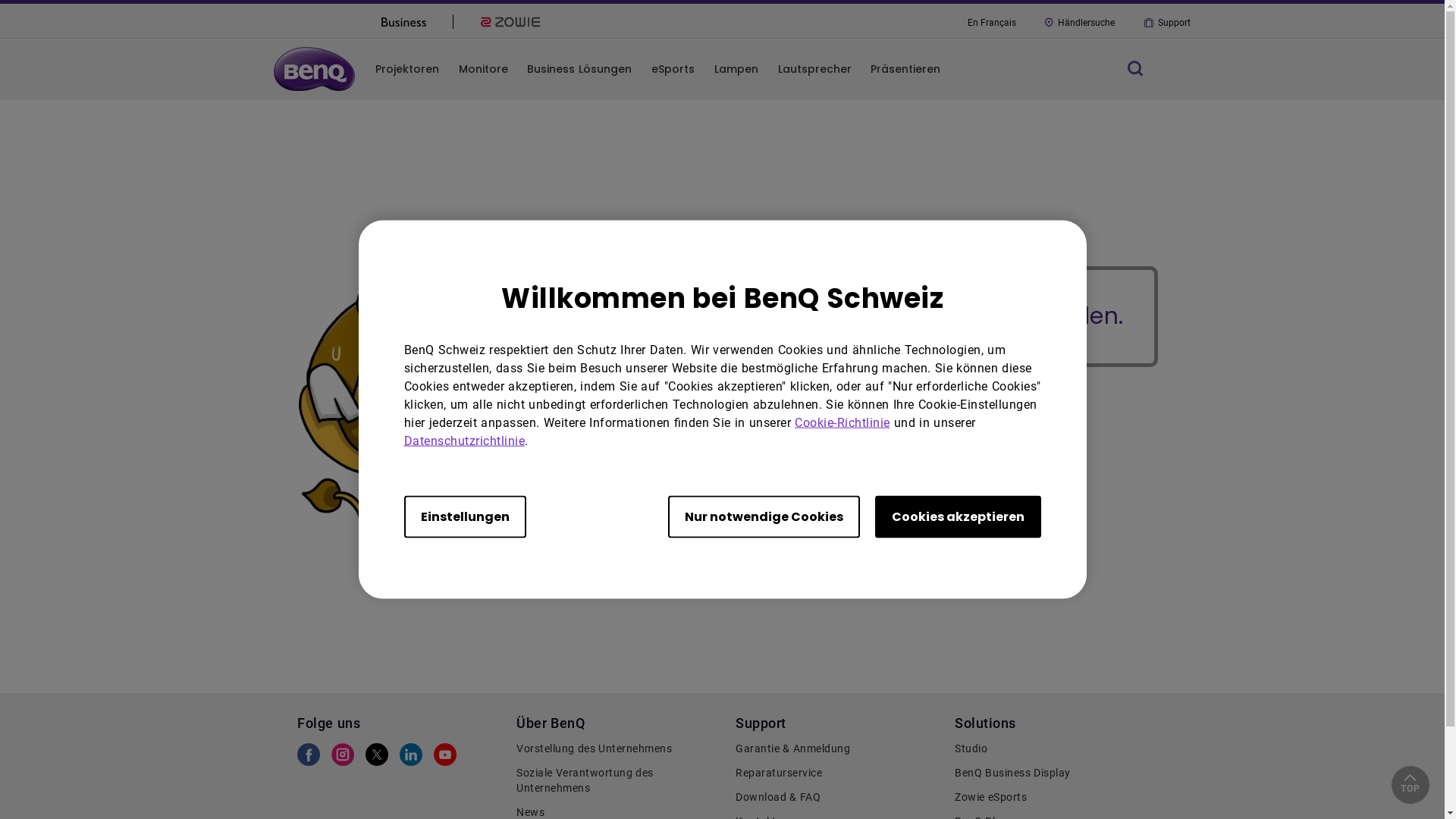  I want to click on 'Zowie eSports', so click(953, 797).